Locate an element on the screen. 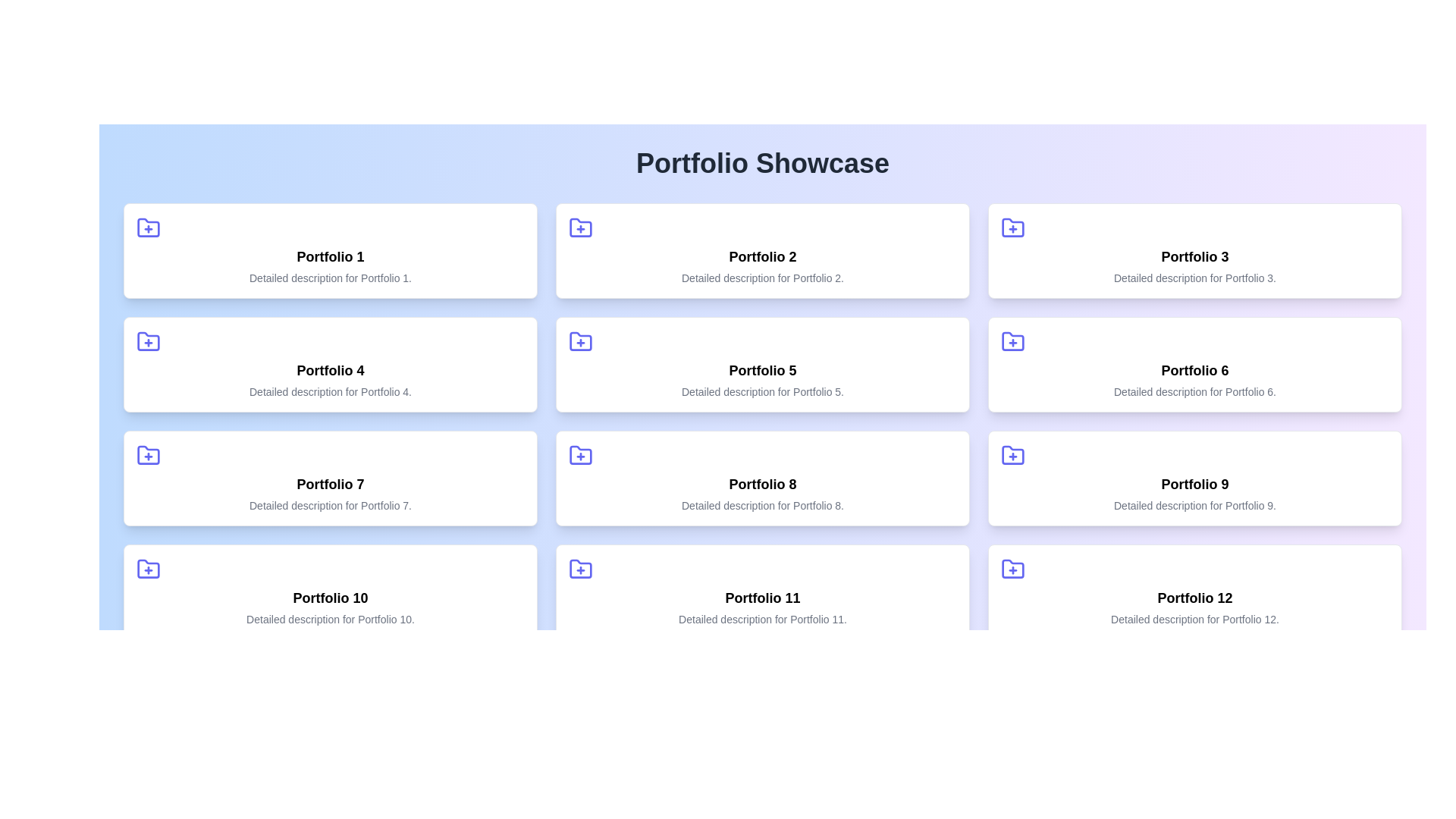  the title text element located at the top of the page, which indicates the page content and purpose is located at coordinates (763, 164).